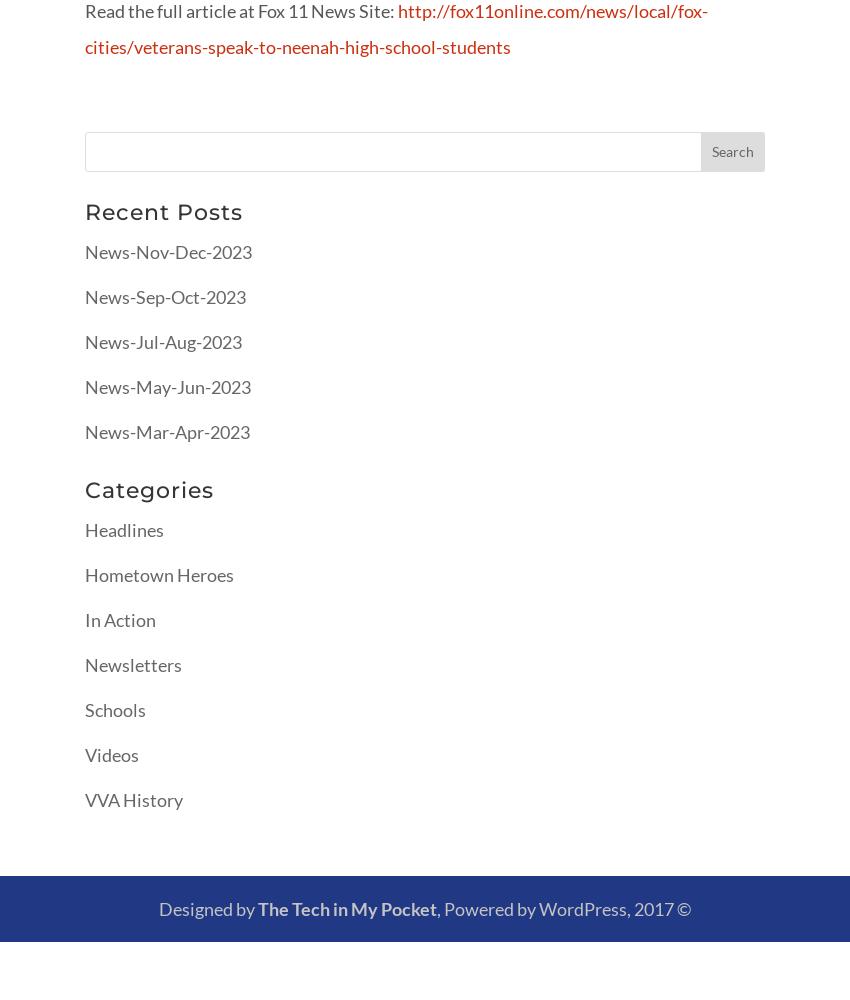 This screenshot has width=850, height=1000. Describe the element at coordinates (159, 573) in the screenshot. I see `'Hometown Heroes'` at that location.